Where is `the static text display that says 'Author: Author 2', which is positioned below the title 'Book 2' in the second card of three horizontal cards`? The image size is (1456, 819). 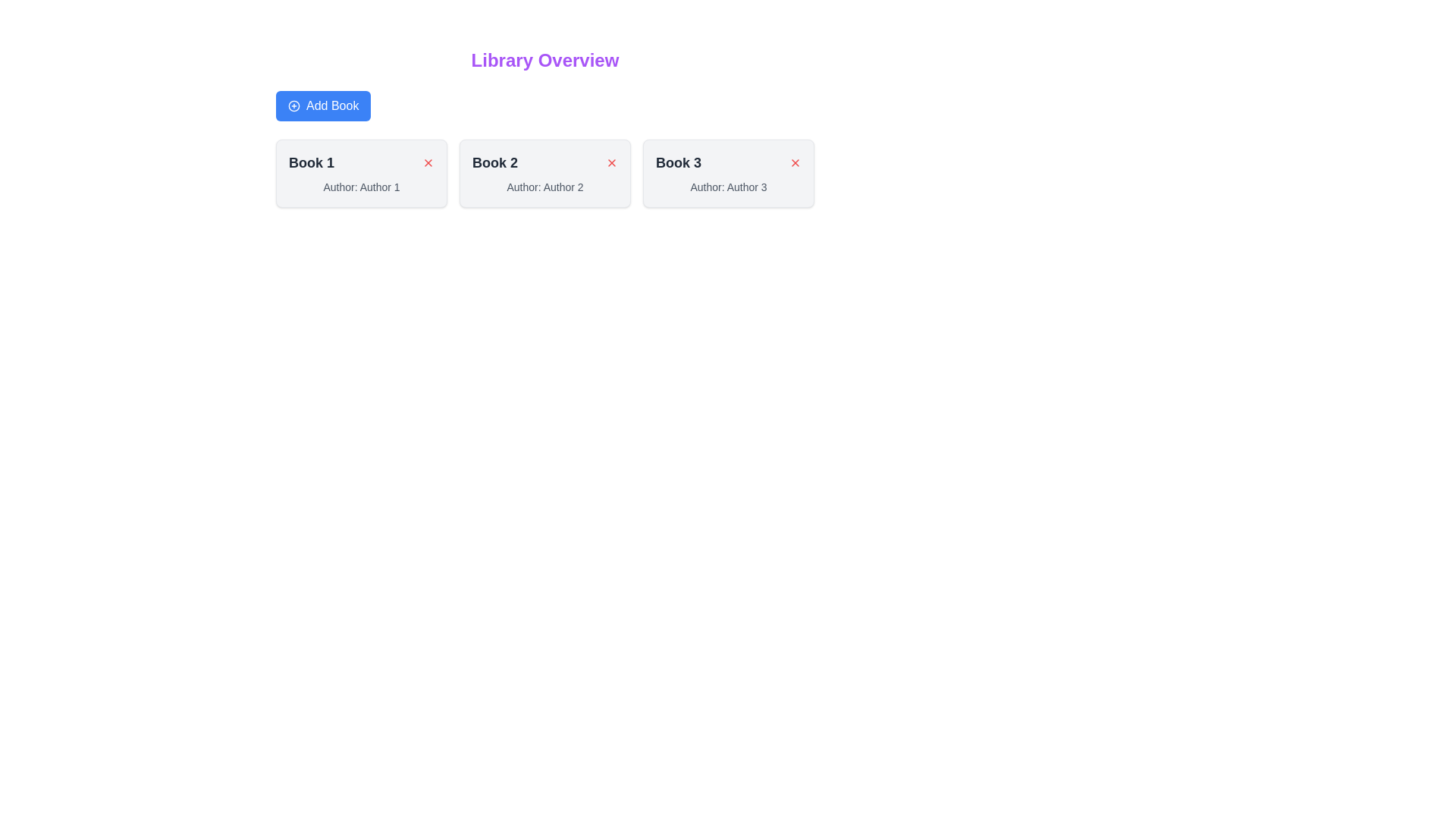 the static text display that says 'Author: Author 2', which is positioned below the title 'Book 2' in the second card of three horizontal cards is located at coordinates (545, 186).